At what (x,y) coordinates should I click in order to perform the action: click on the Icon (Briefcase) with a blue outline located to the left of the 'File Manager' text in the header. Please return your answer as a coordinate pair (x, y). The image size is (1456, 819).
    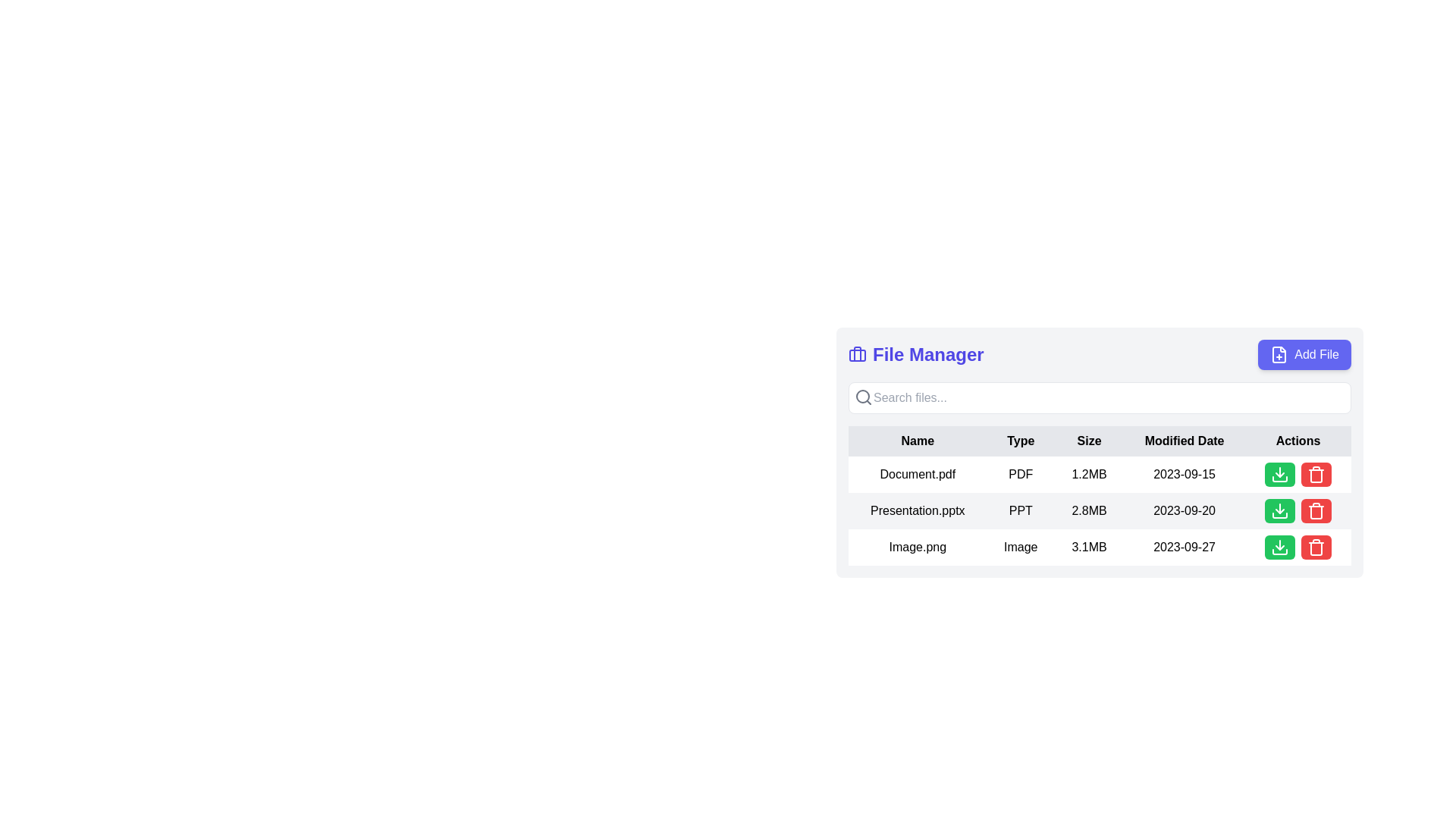
    Looking at the image, I should click on (858, 354).